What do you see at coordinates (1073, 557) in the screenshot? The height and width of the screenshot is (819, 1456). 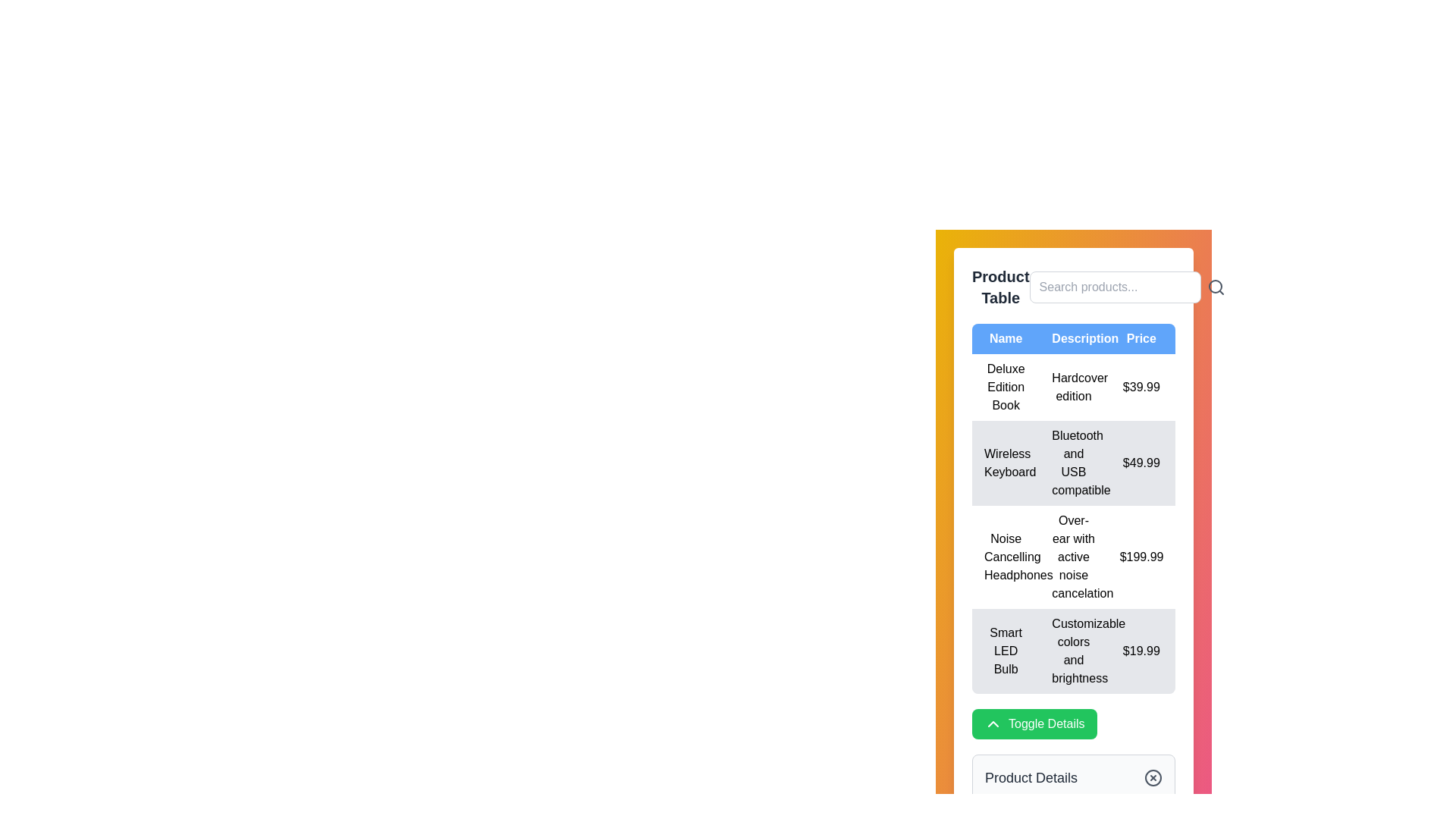 I see `the static text label displaying 'Over-ear with active noise cancelation' in the second column of the row for 'Noise Cancelling Headphones' within the table` at bounding box center [1073, 557].